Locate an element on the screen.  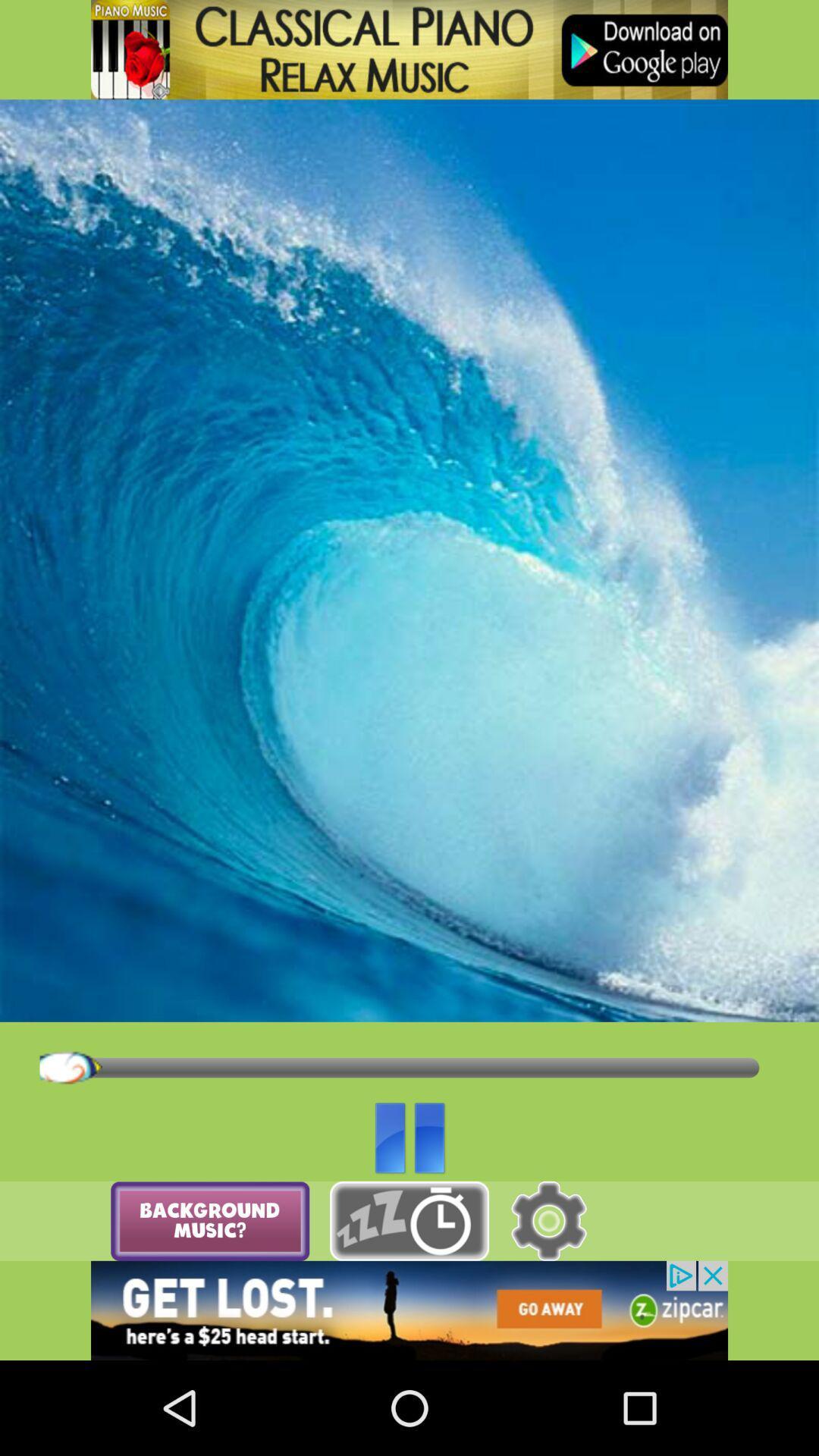
sleep timer is located at coordinates (409, 1221).